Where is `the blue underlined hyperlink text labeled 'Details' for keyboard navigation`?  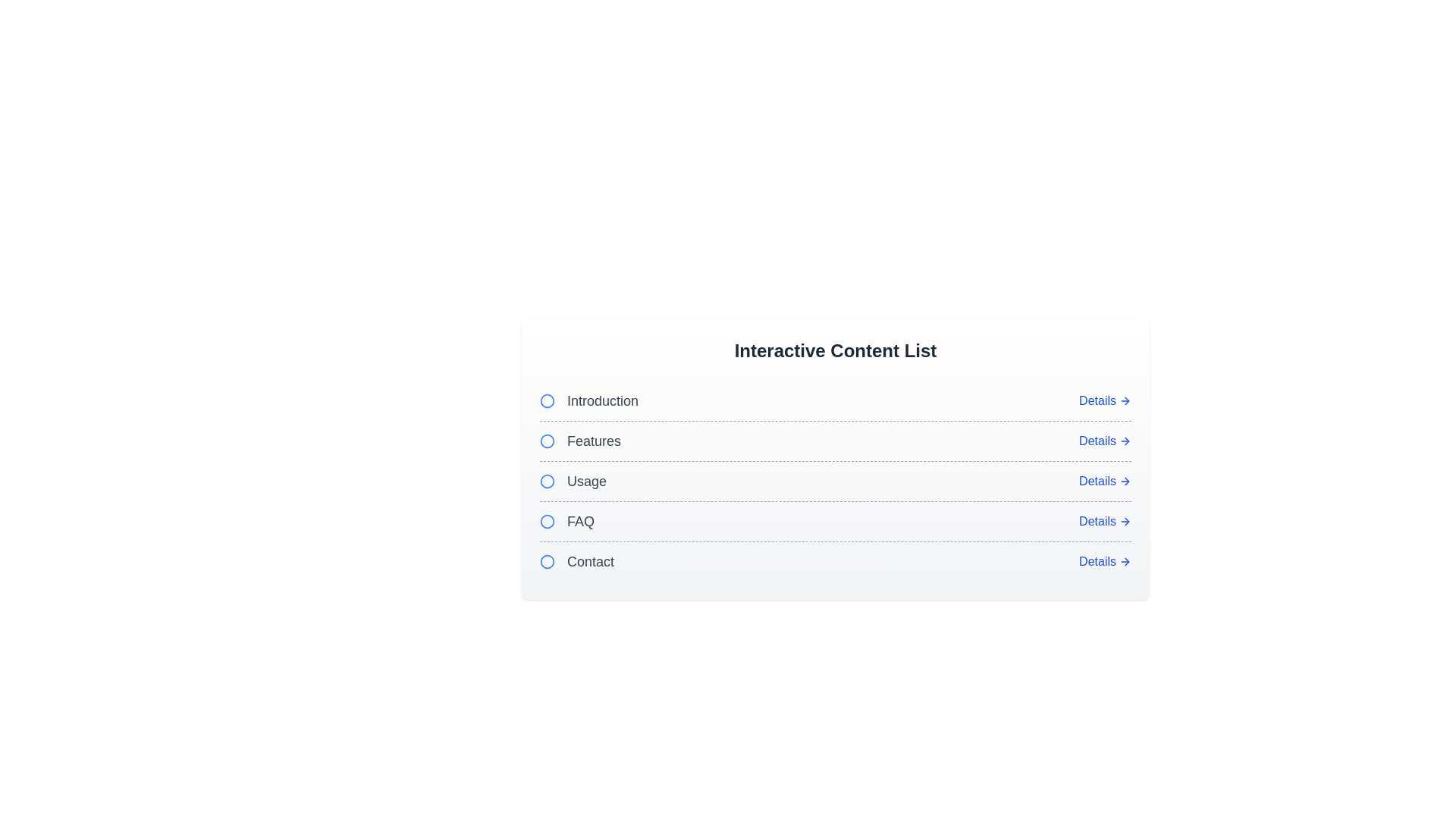 the blue underlined hyperlink text labeled 'Details' for keyboard navigation is located at coordinates (1097, 482).